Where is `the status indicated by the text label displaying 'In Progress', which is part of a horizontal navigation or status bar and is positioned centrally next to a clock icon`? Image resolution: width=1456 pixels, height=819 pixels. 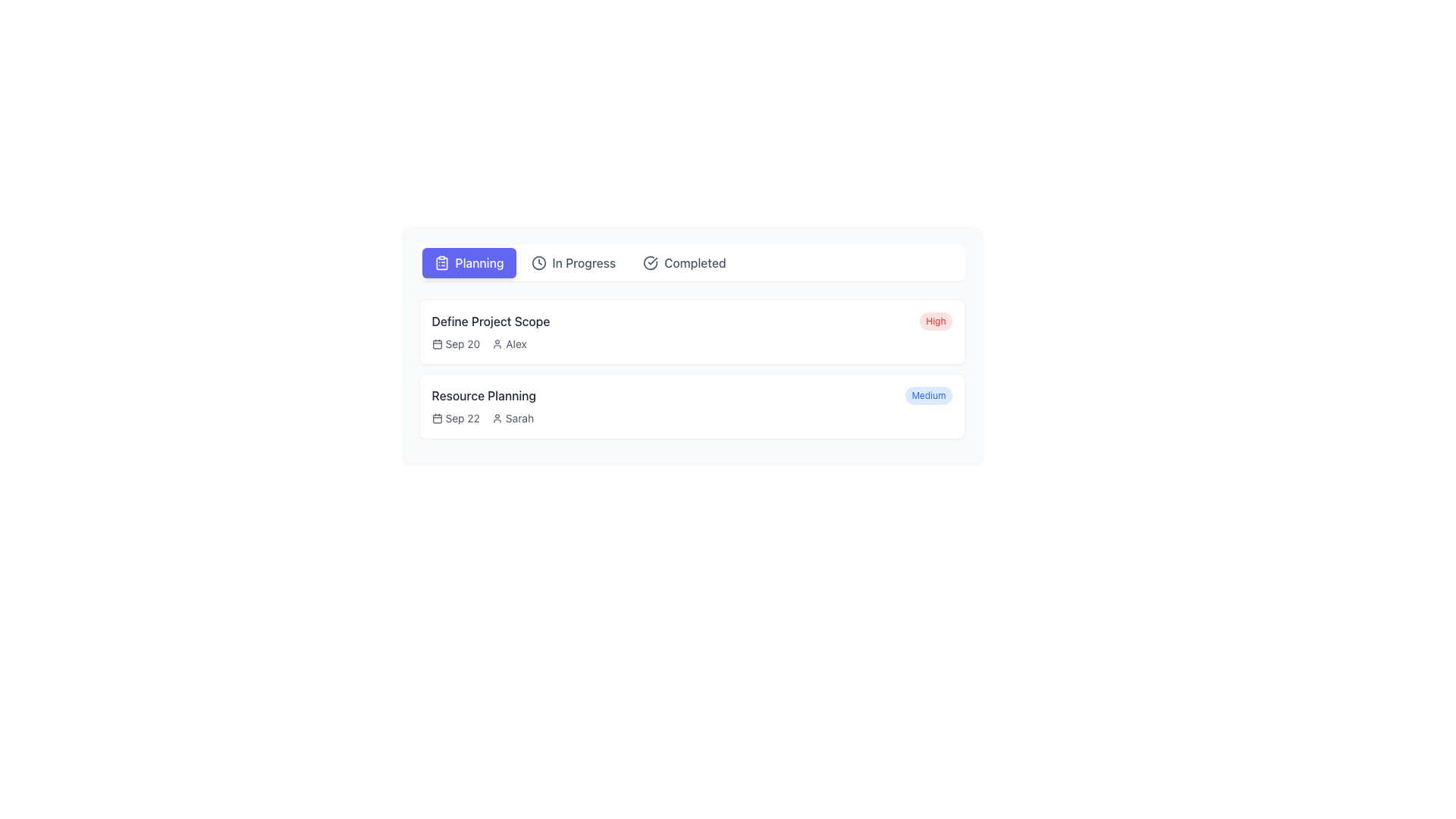
the status indicated by the text label displaying 'In Progress', which is part of a horizontal navigation or status bar and is positioned centrally next to a clock icon is located at coordinates (583, 262).